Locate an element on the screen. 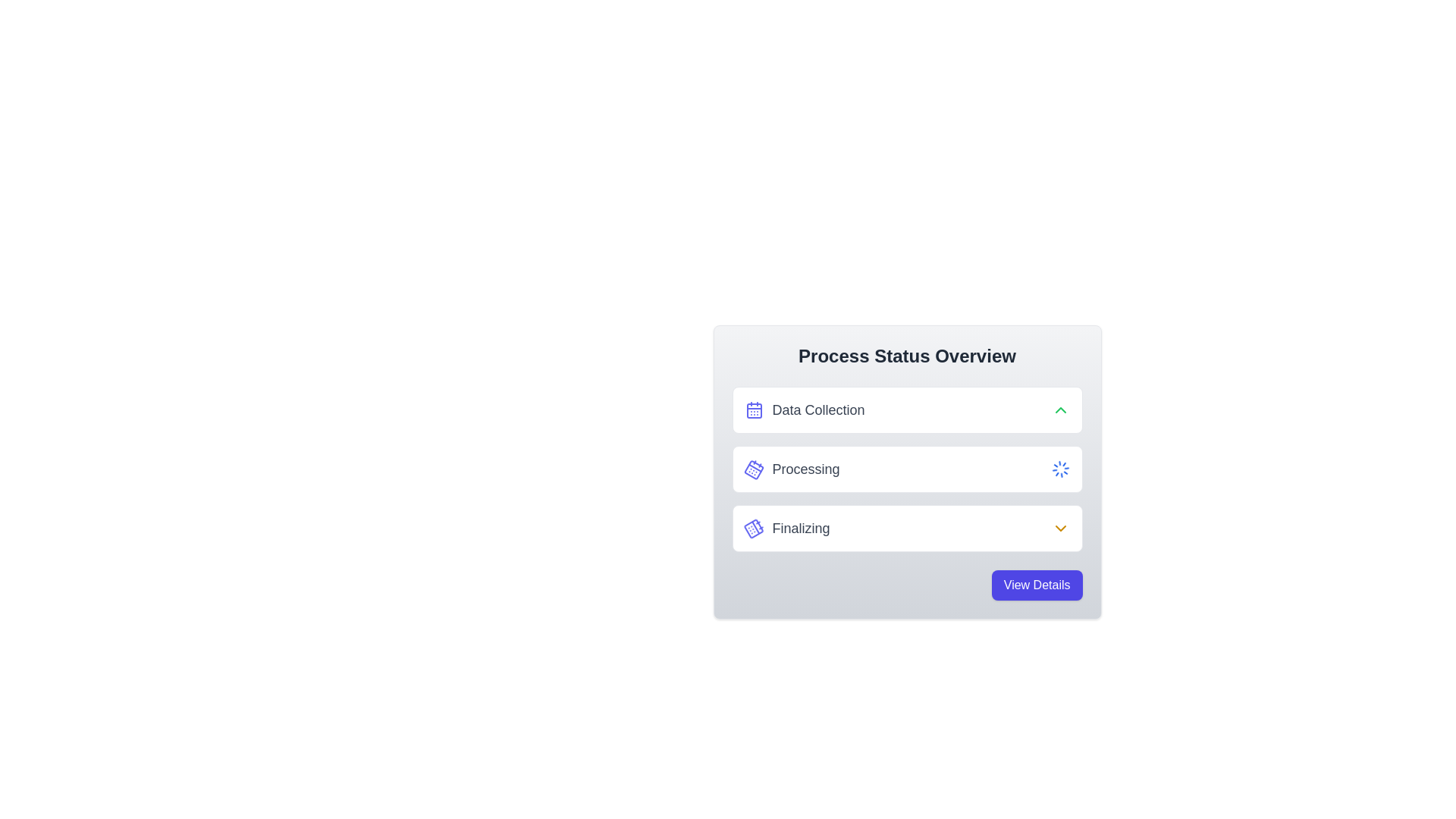 The height and width of the screenshot is (819, 1456). the 'Processing' text label, which is the second entry in a vertical list of status labels, displayed in medium-sized gray font with a slightly bold style is located at coordinates (805, 468).